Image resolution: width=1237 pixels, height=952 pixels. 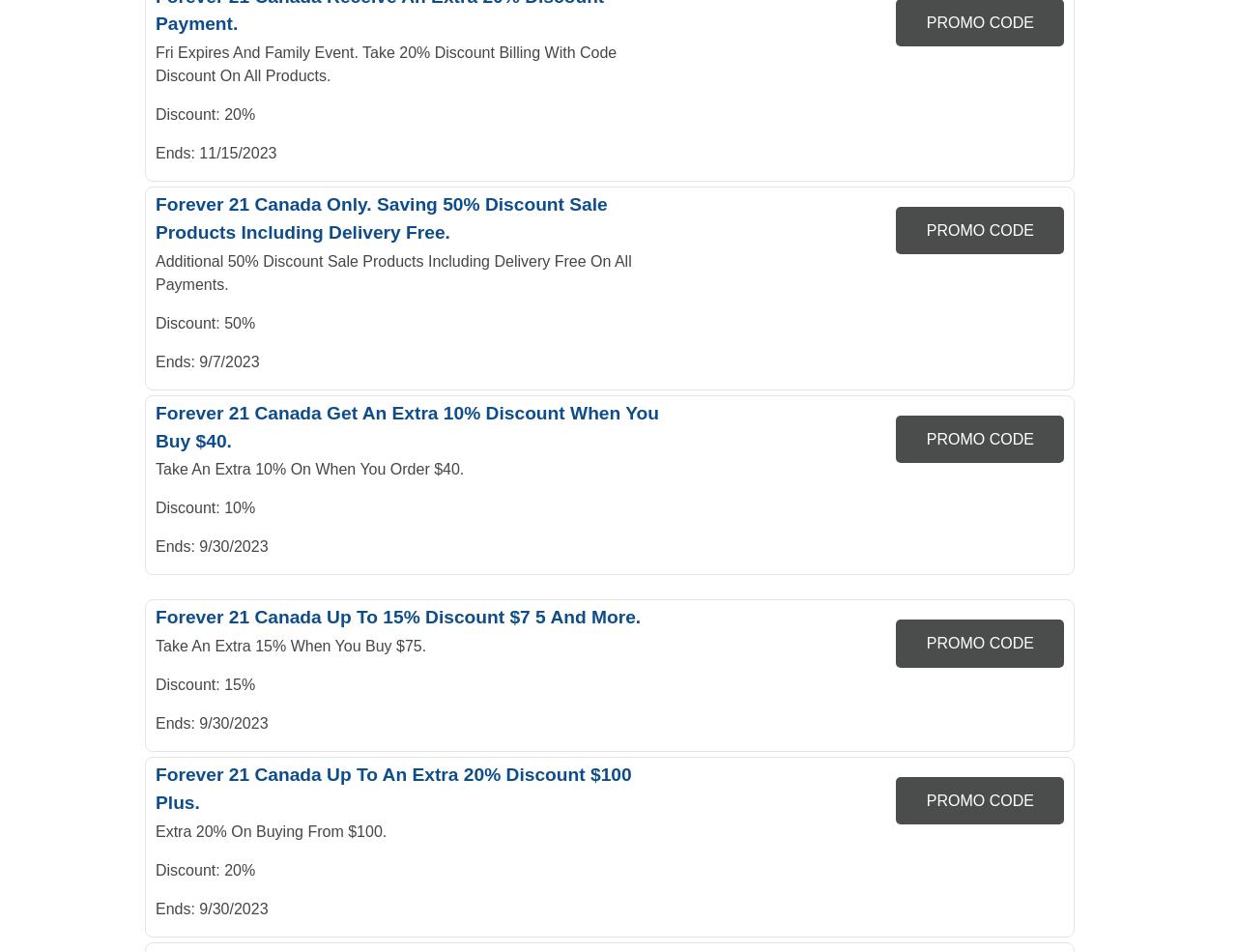 What do you see at coordinates (156, 63) in the screenshot?
I see `'Fri Expires And Family Event. Take 20% Discount Billing With Code Discount On All Products.'` at bounding box center [156, 63].